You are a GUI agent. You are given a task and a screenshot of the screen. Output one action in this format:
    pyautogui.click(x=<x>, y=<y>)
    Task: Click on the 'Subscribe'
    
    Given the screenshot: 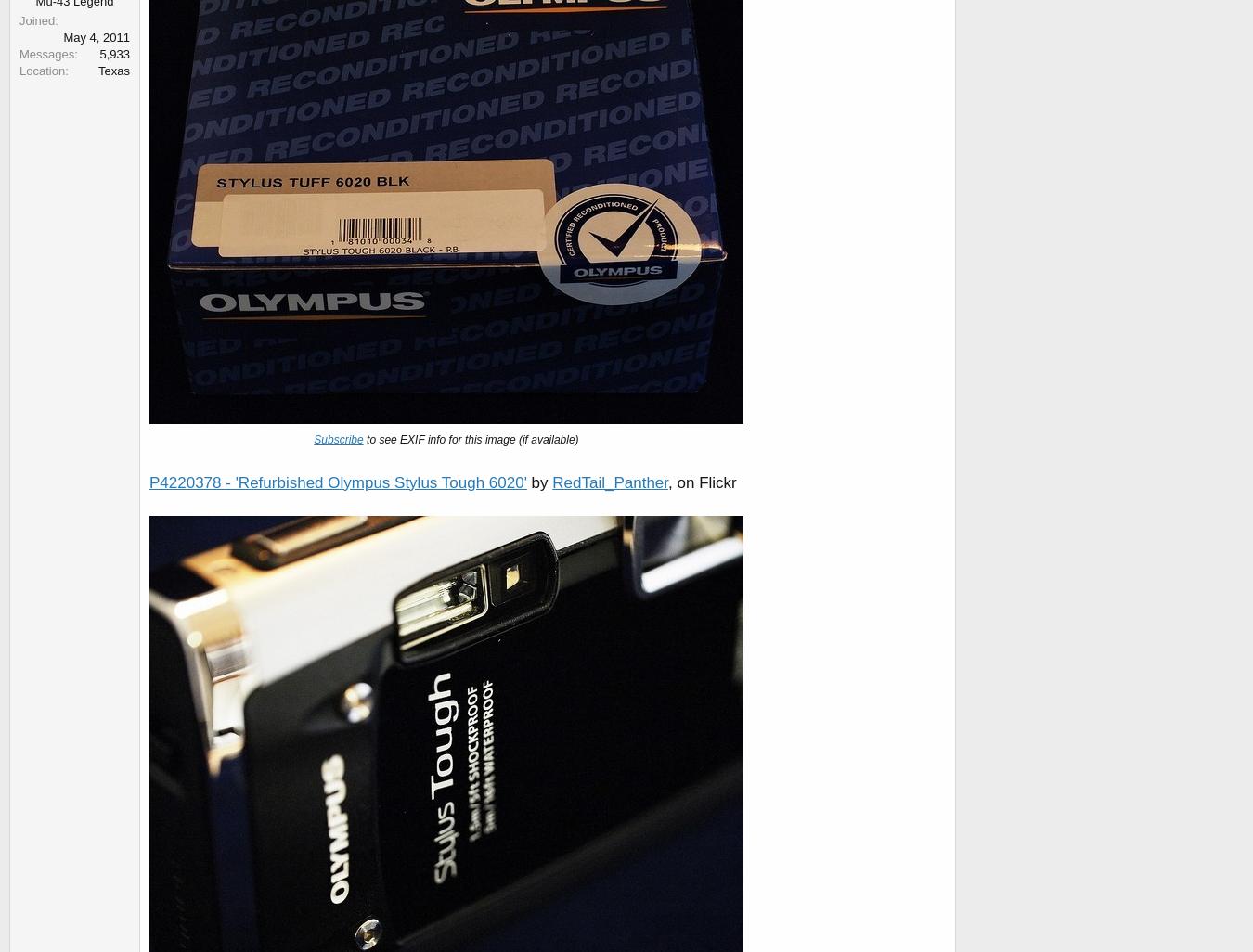 What is the action you would take?
    pyautogui.click(x=338, y=439)
    